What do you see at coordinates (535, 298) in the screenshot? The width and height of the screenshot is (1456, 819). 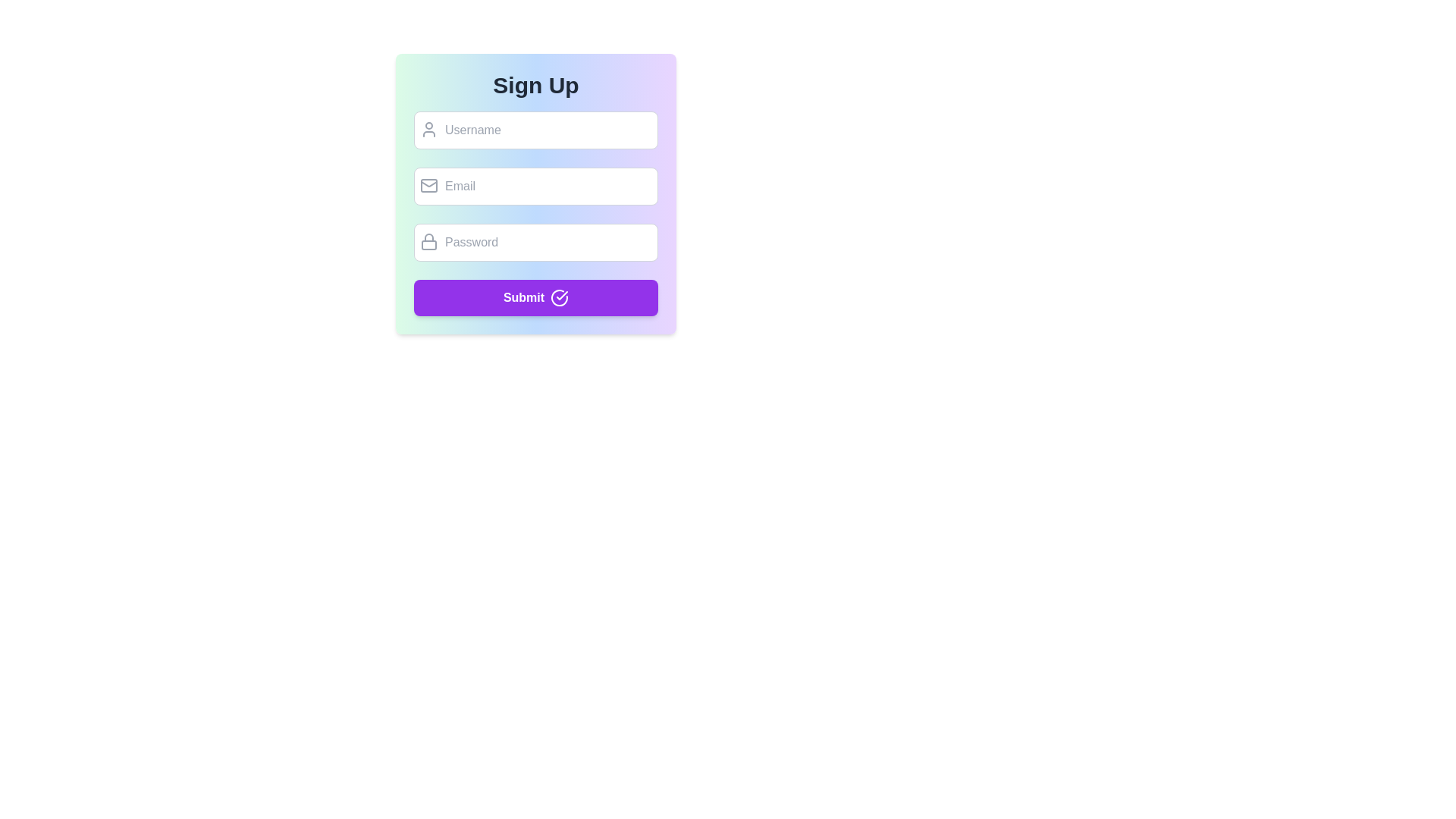 I see `the 'Submit' button with a purple background and a checkmark icon` at bounding box center [535, 298].